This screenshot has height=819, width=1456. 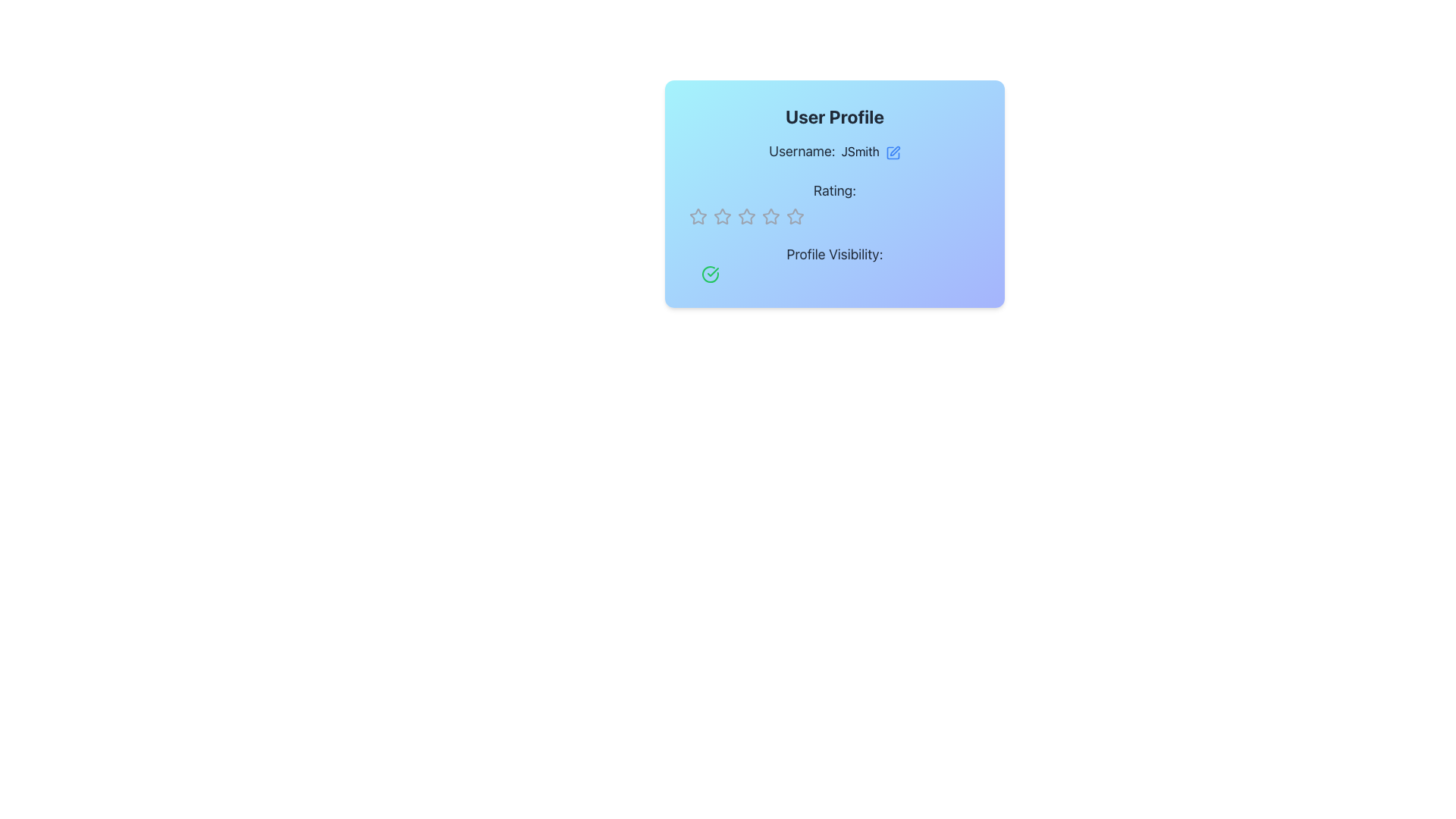 I want to click on the edit icon located next to the username 'JSmith' in the user profile box, so click(x=893, y=152).